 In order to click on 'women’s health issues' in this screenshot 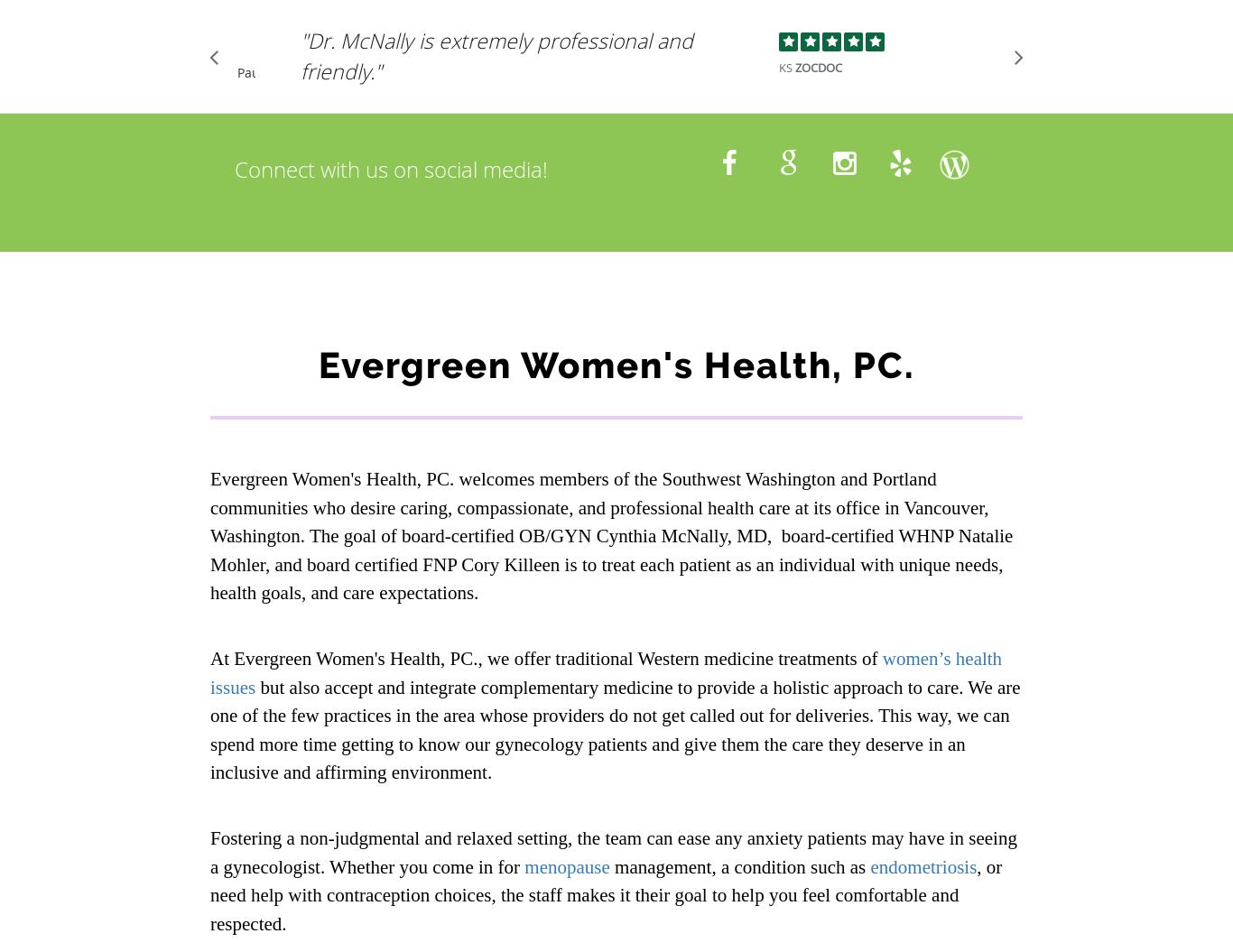, I will do `click(605, 672)`.